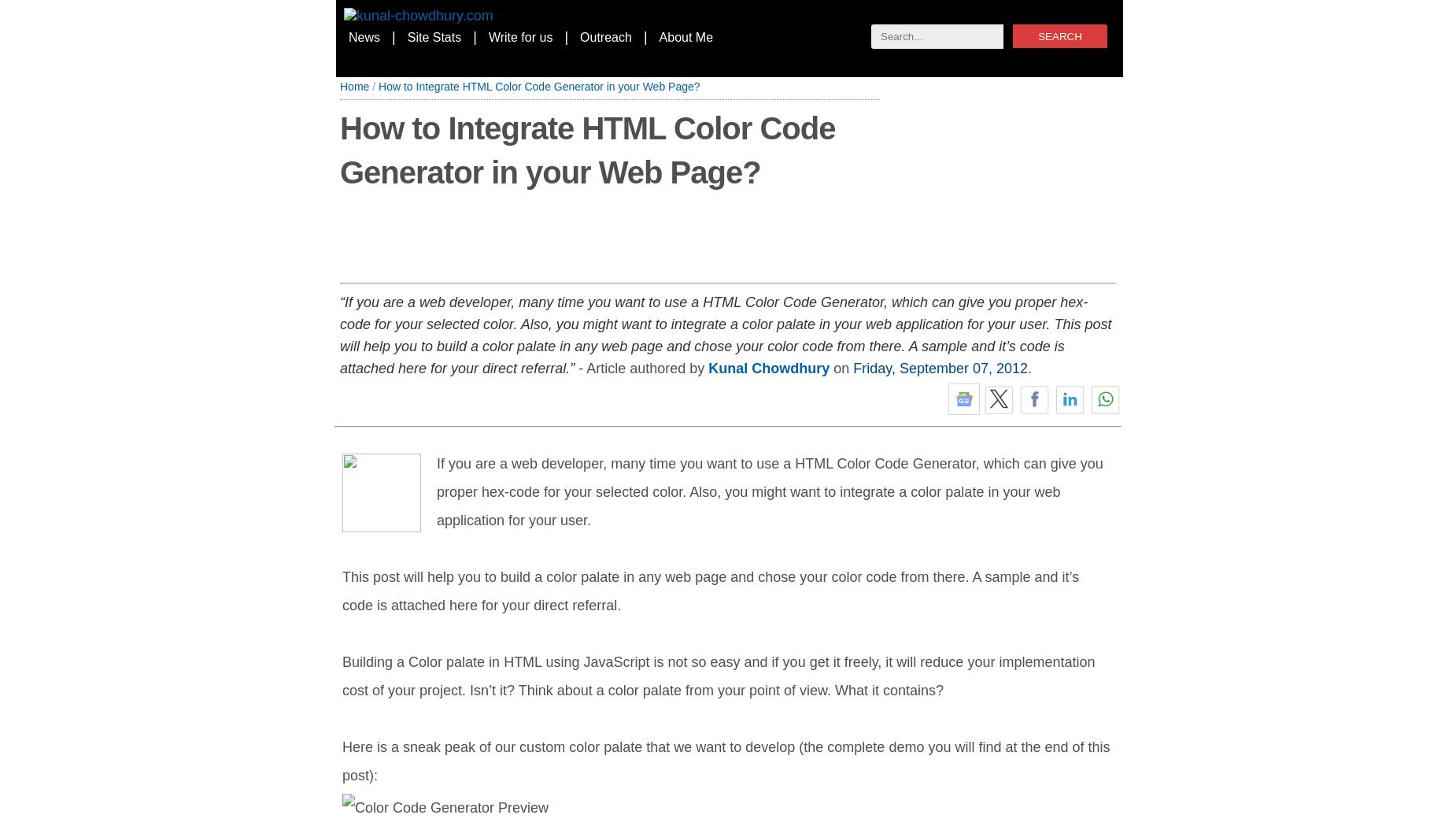 Image resolution: width=1456 pixels, height=826 pixels. What do you see at coordinates (641, 368) in the screenshot?
I see `'- Article authored by'` at bounding box center [641, 368].